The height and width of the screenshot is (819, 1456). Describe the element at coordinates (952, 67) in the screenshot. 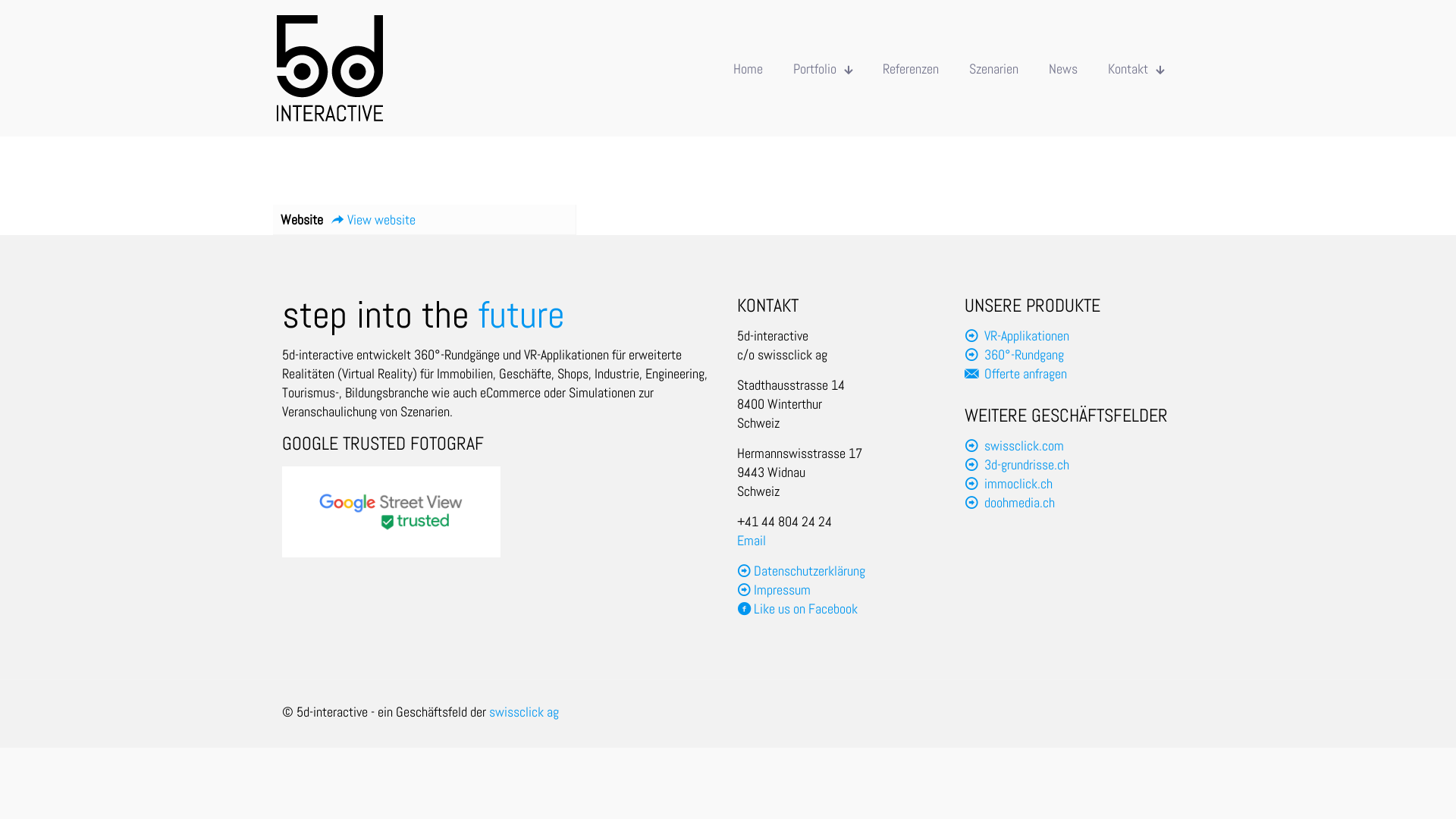

I see `'Szenarien'` at that location.